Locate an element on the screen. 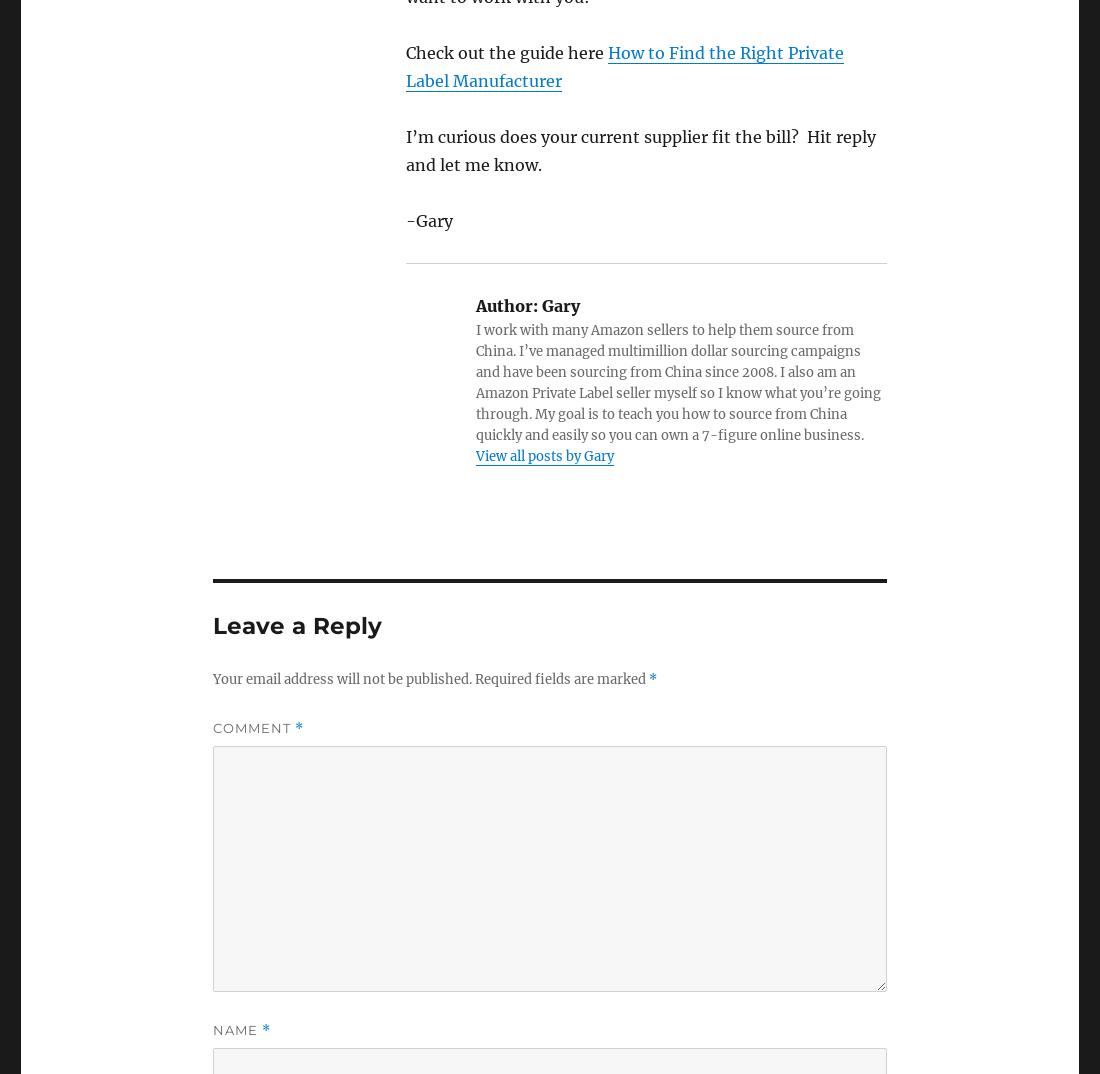  'Author:' is located at coordinates (506, 305).